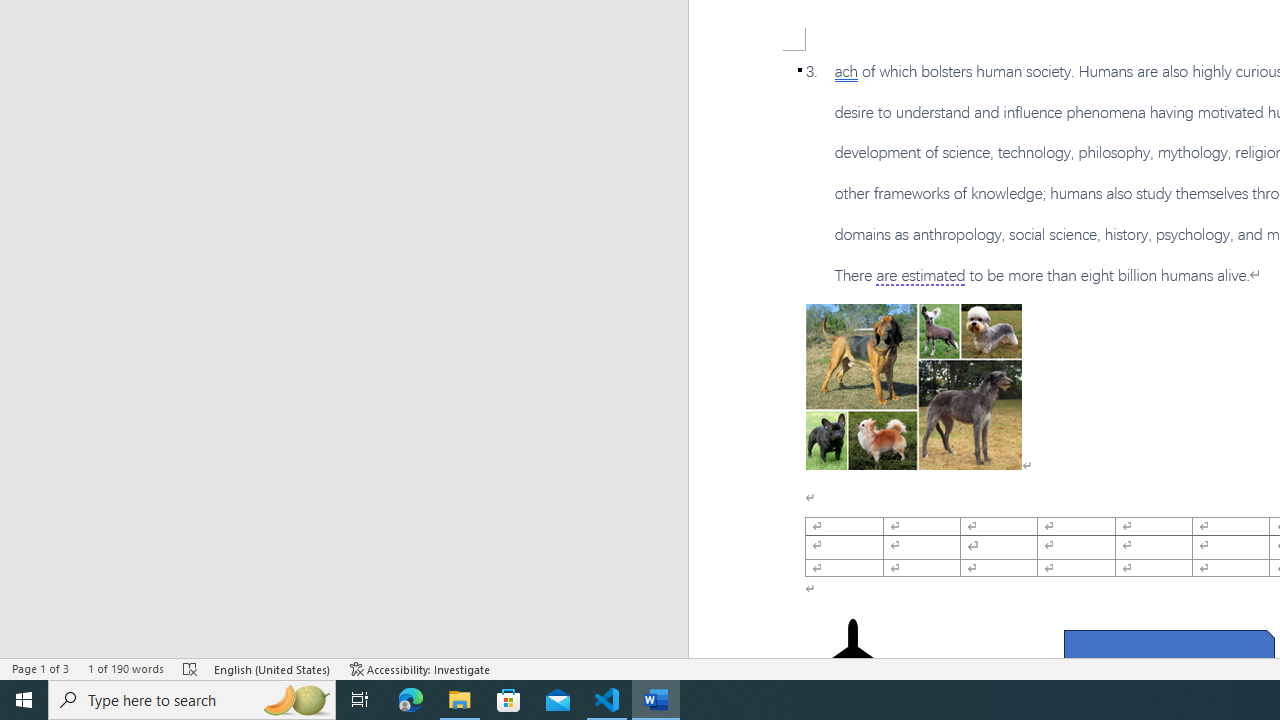 The width and height of the screenshot is (1280, 720). What do you see at coordinates (40, 669) in the screenshot?
I see `'Page Number Page 1 of 3'` at bounding box center [40, 669].